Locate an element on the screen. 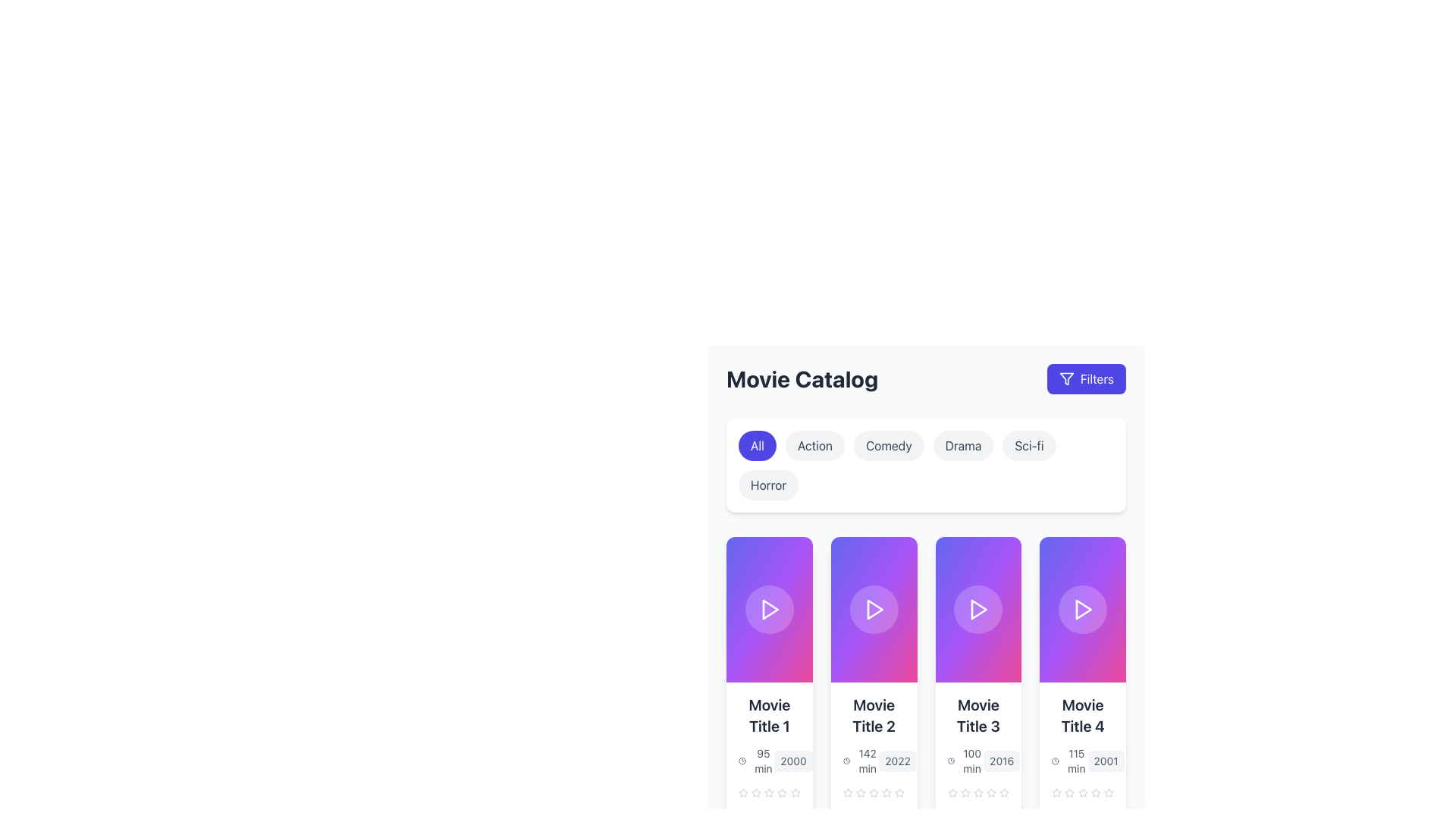 This screenshot has width=1456, height=819. the text label displaying '100 min' located below 'Movie Title 3' in the movie card interface is located at coordinates (972, 761).